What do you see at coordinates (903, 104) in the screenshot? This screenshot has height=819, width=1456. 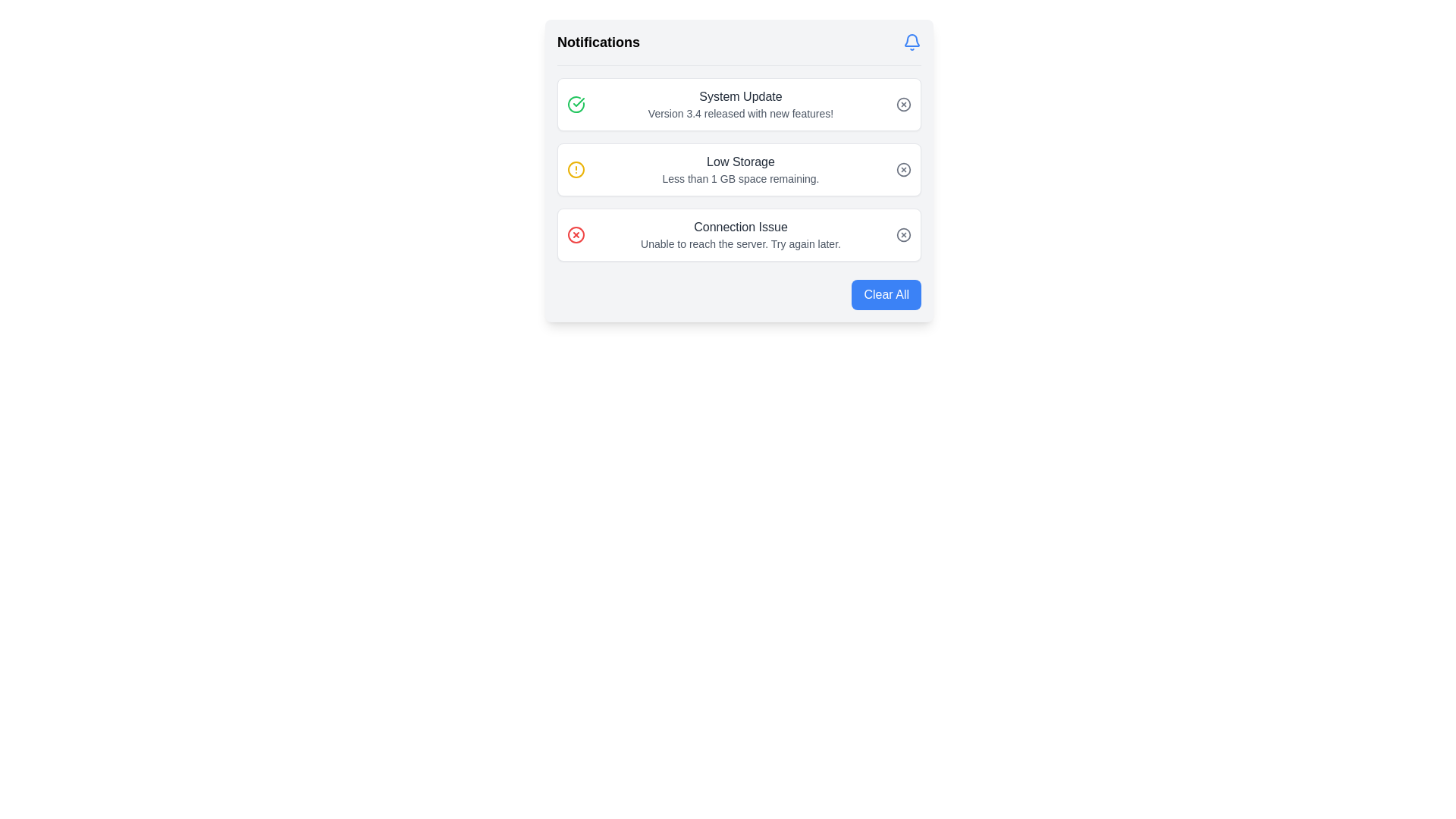 I see `the circular vector graphic located at the center of the notification icon for the 'System Update' notification on the right-hand side of the first notification row` at bounding box center [903, 104].